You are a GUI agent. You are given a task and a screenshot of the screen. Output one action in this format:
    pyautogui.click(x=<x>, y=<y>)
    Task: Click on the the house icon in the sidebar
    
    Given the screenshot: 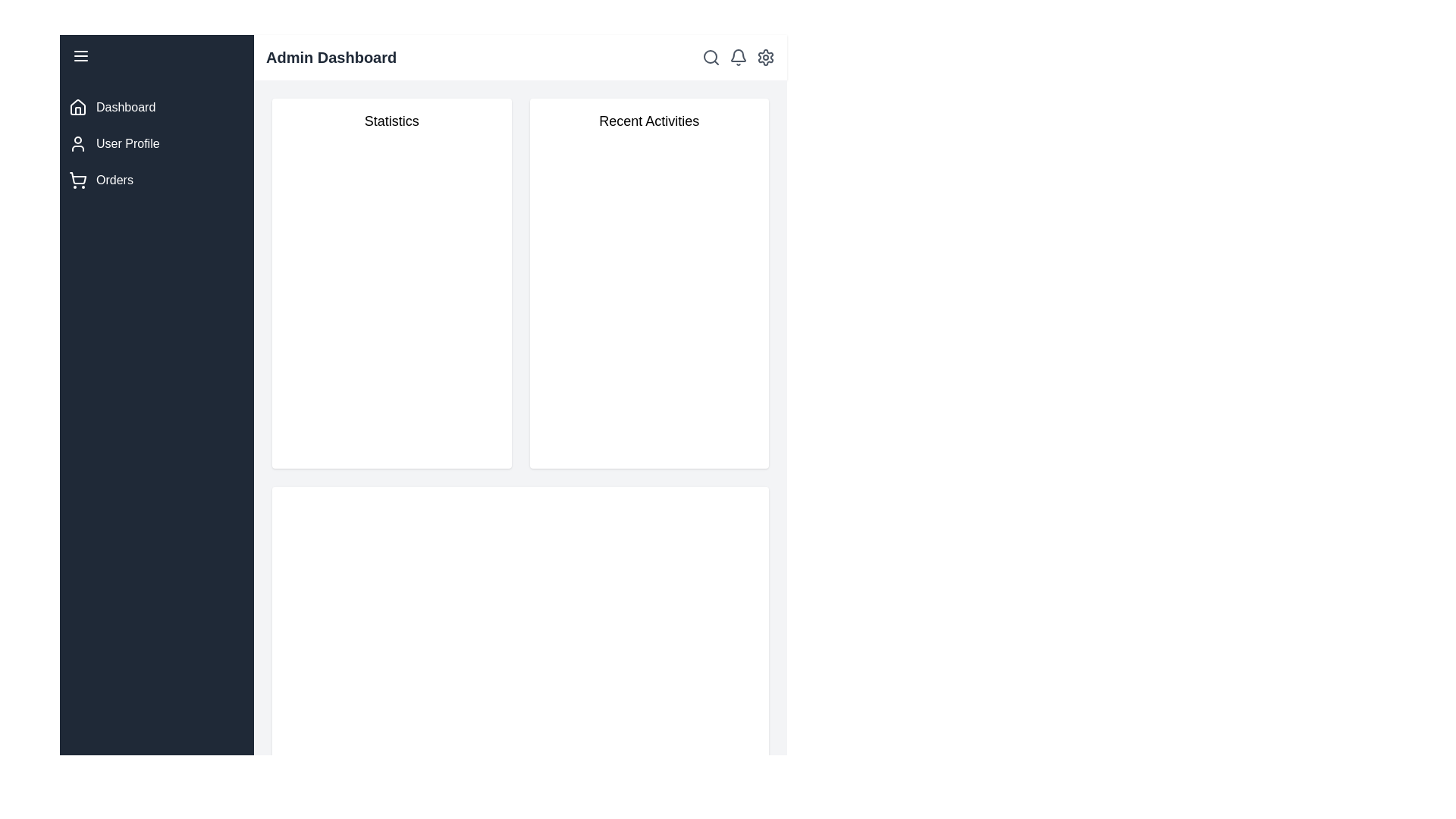 What is the action you would take?
    pyautogui.click(x=77, y=107)
    